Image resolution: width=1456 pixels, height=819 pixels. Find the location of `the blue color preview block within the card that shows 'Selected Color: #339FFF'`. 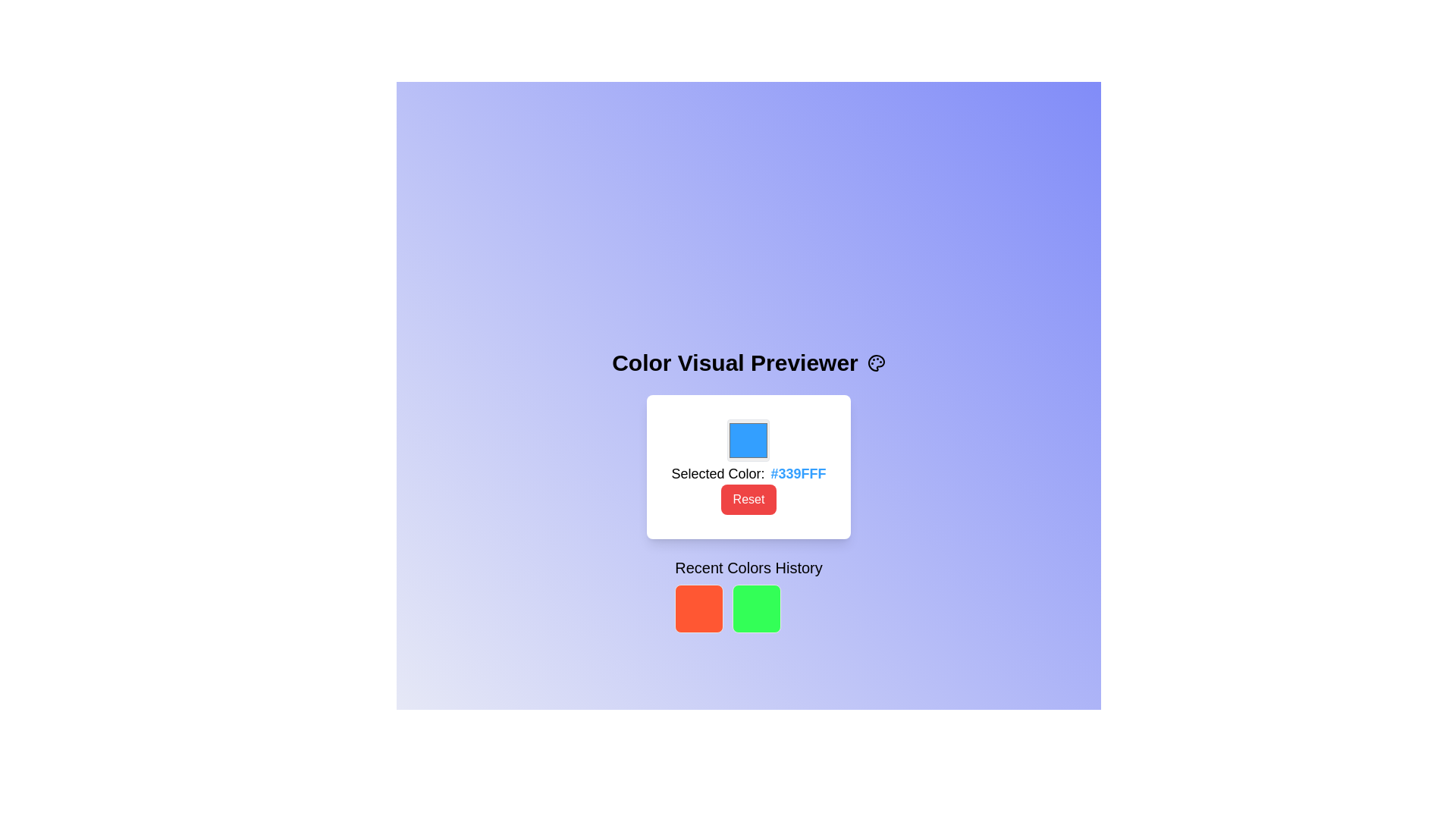

the blue color preview block within the card that shows 'Selected Color: #339FFF' is located at coordinates (748, 466).